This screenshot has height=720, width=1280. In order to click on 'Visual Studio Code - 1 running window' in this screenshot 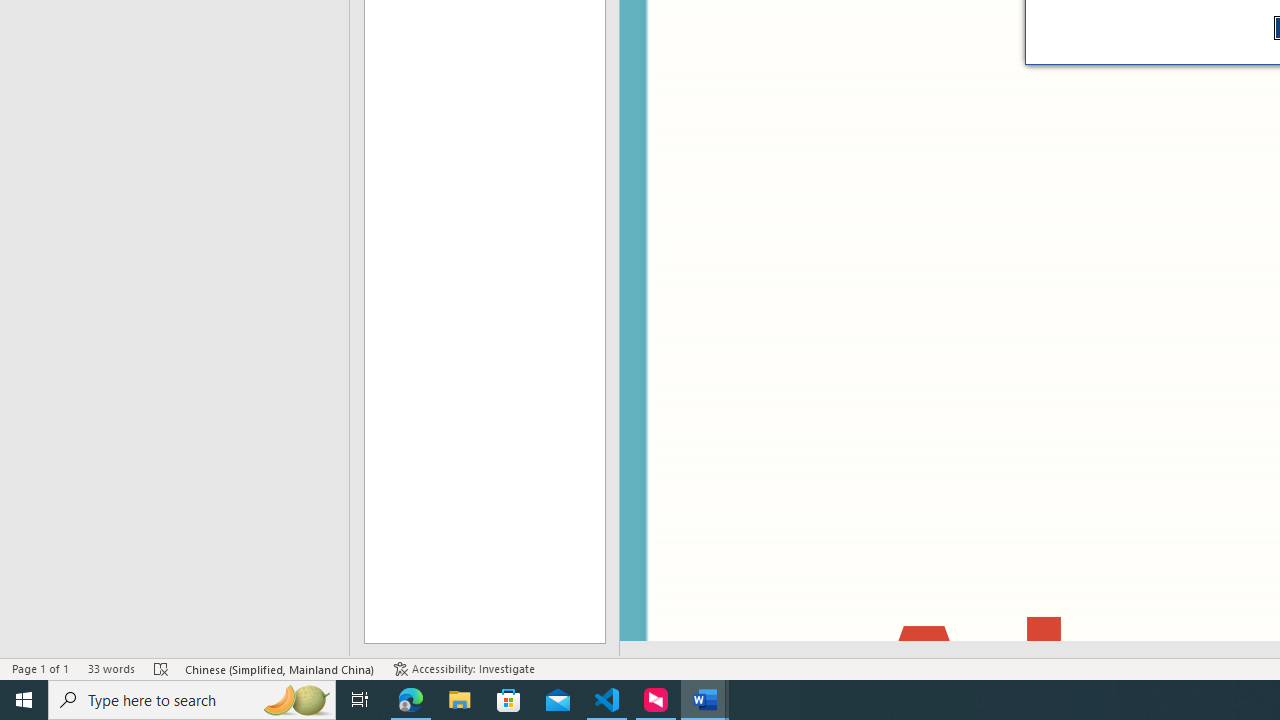, I will do `click(606, 698)`.